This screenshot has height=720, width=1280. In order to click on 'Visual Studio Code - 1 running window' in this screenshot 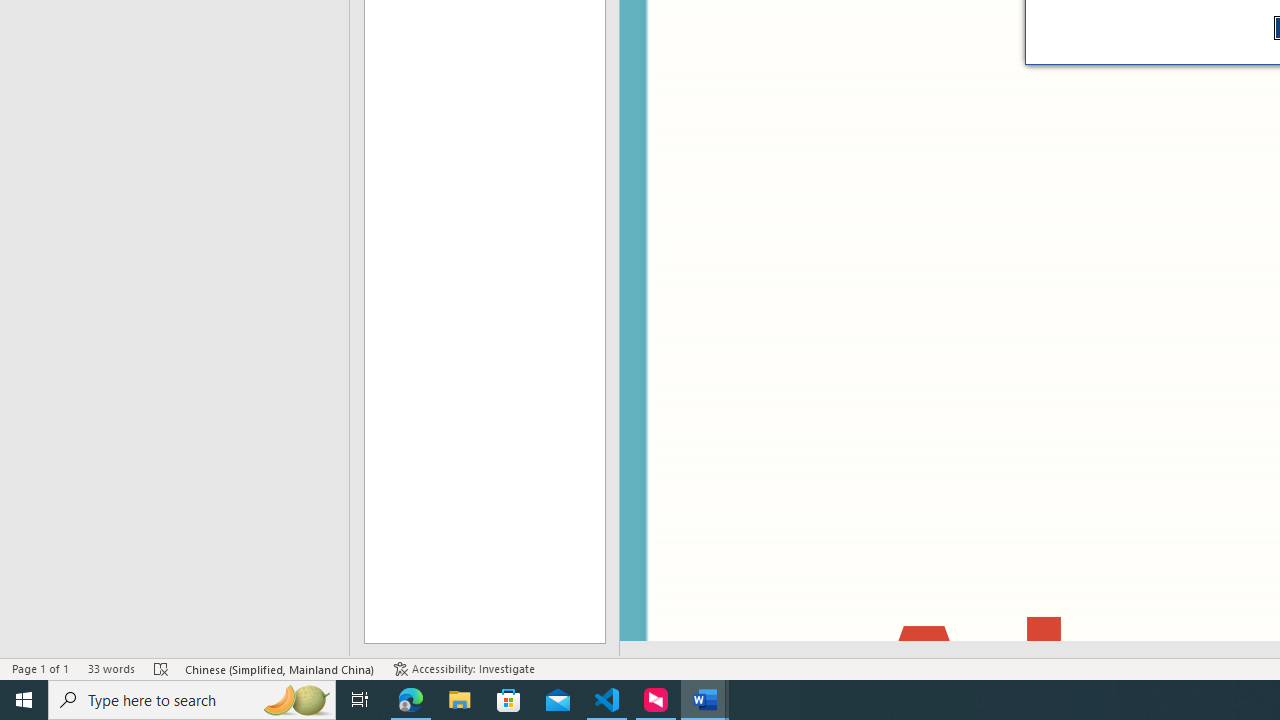, I will do `click(606, 698)`.